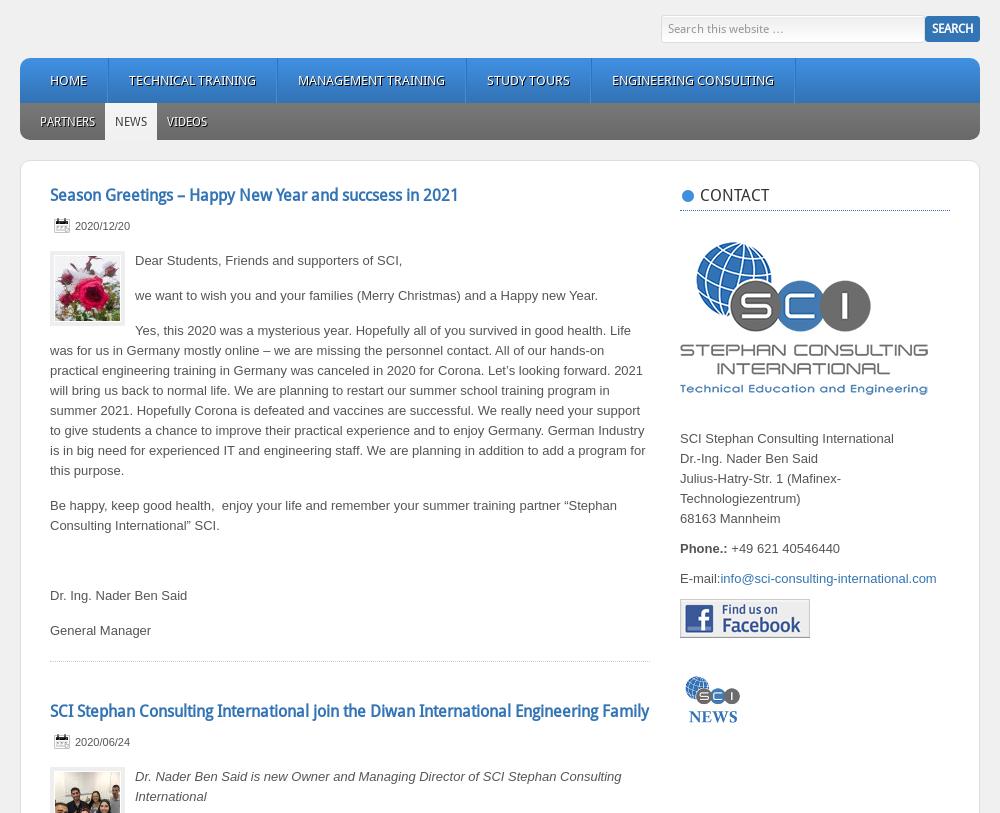 Image resolution: width=1000 pixels, height=813 pixels. I want to click on 'SCI Stephan Consulting International join the Diwan International Engineering Family', so click(348, 711).